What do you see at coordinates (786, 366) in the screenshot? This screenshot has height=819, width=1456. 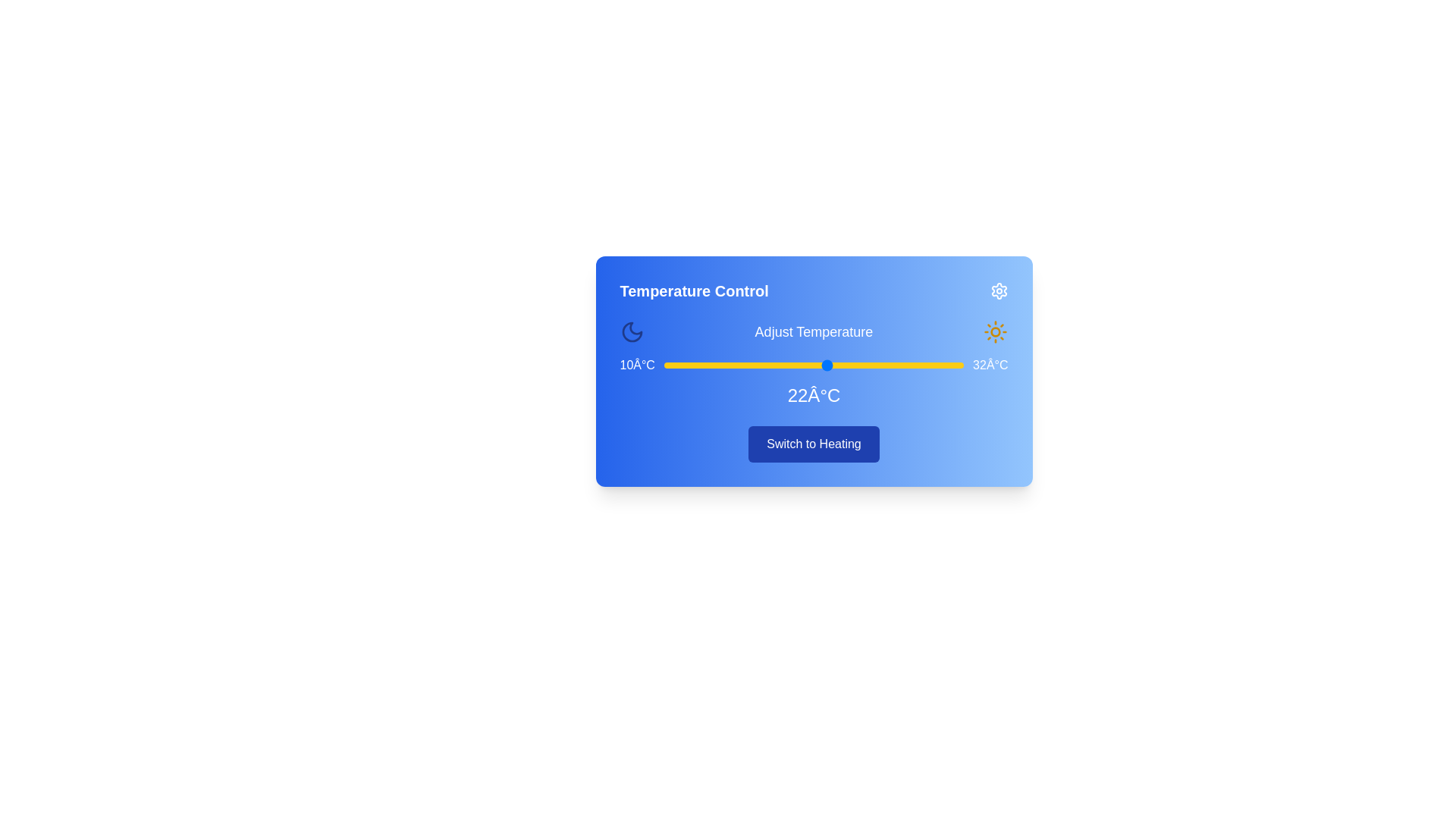 I see `the temperature to 19°C using the slider` at bounding box center [786, 366].